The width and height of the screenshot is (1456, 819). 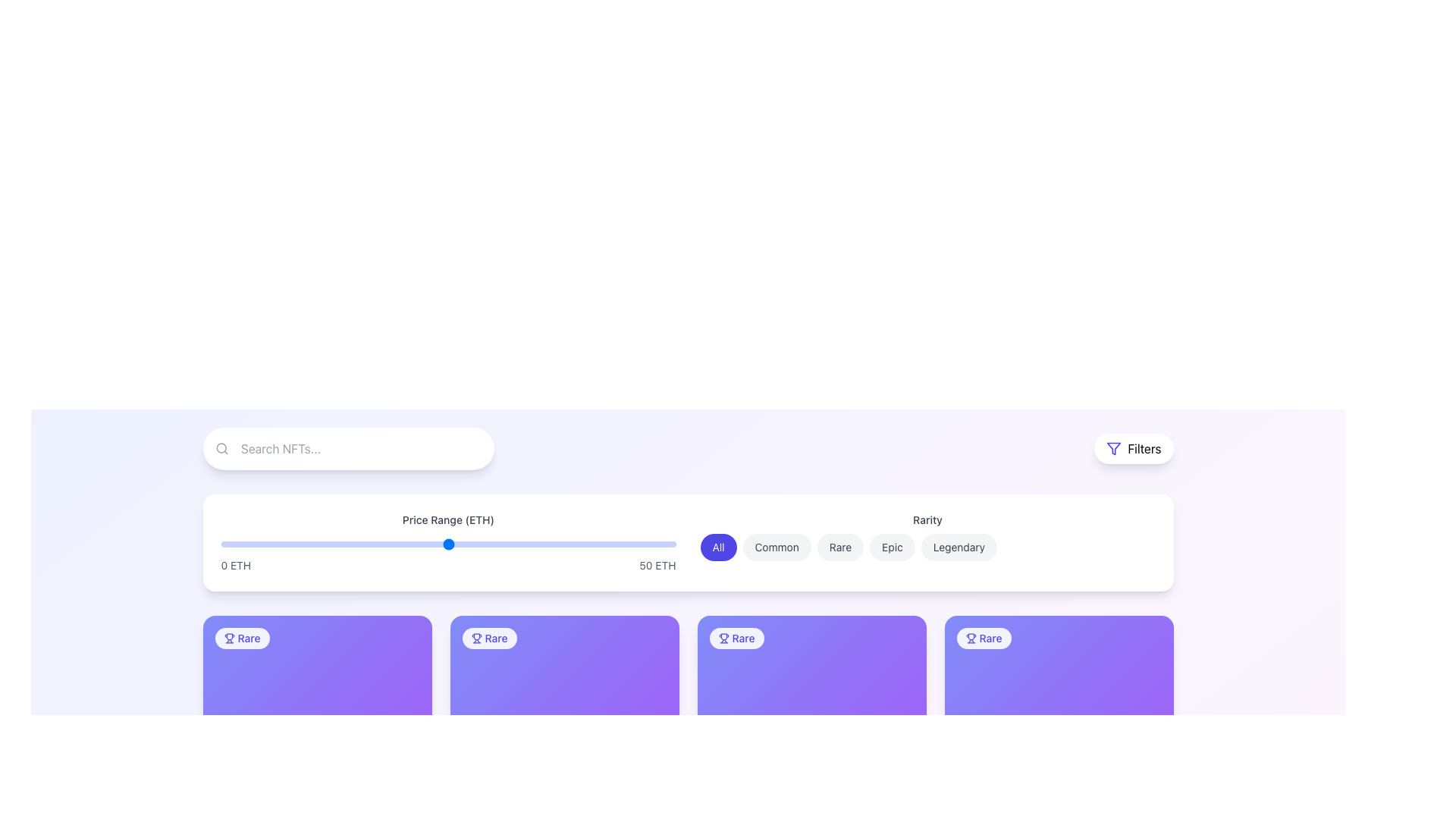 I want to click on the 'Rare' filter button, which is the third item in a group of five badges located centrally in the top section of the page, near the 'Rarity' label, so click(x=839, y=547).